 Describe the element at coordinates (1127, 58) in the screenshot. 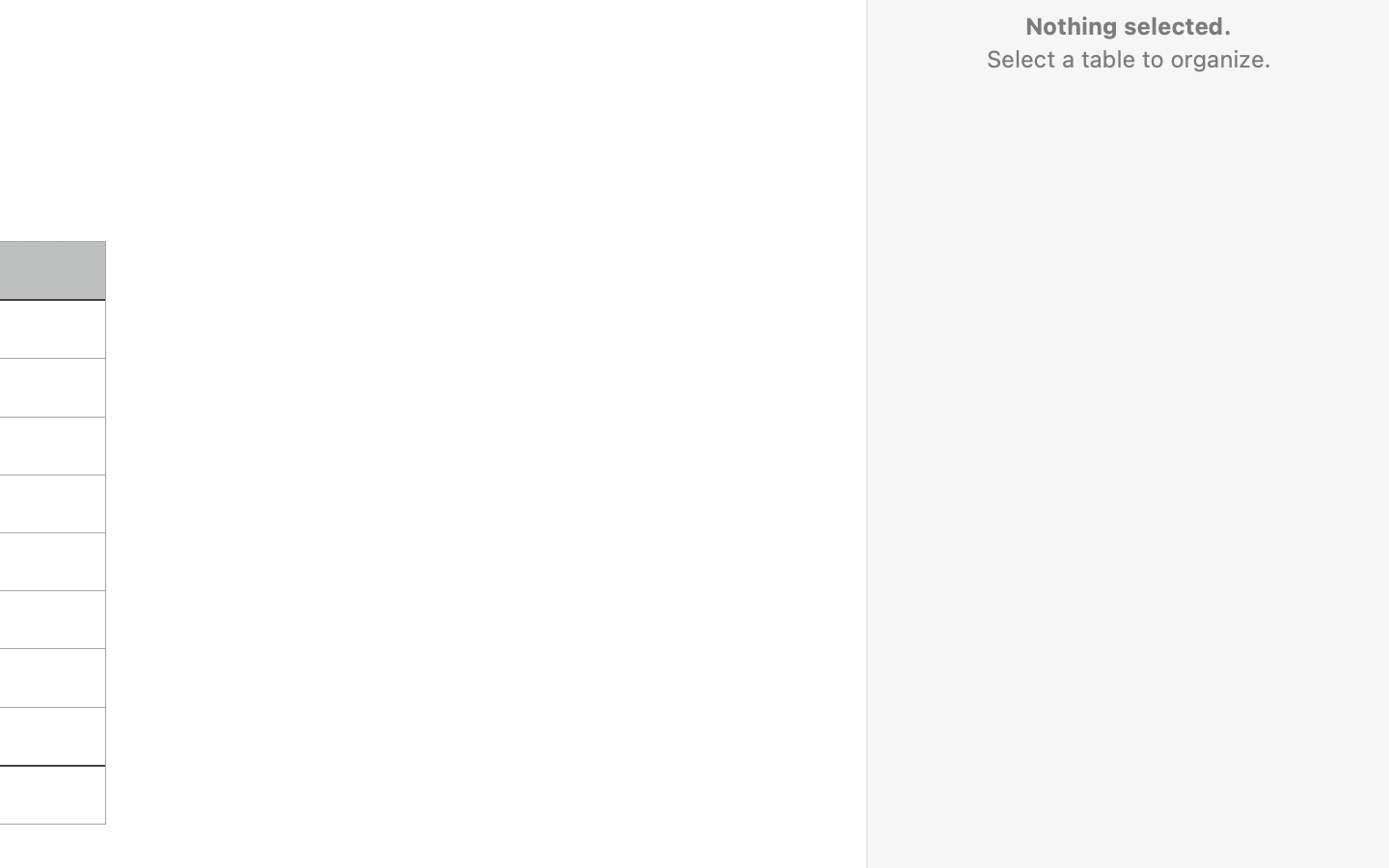

I see `'Select a table to organize.'` at that location.